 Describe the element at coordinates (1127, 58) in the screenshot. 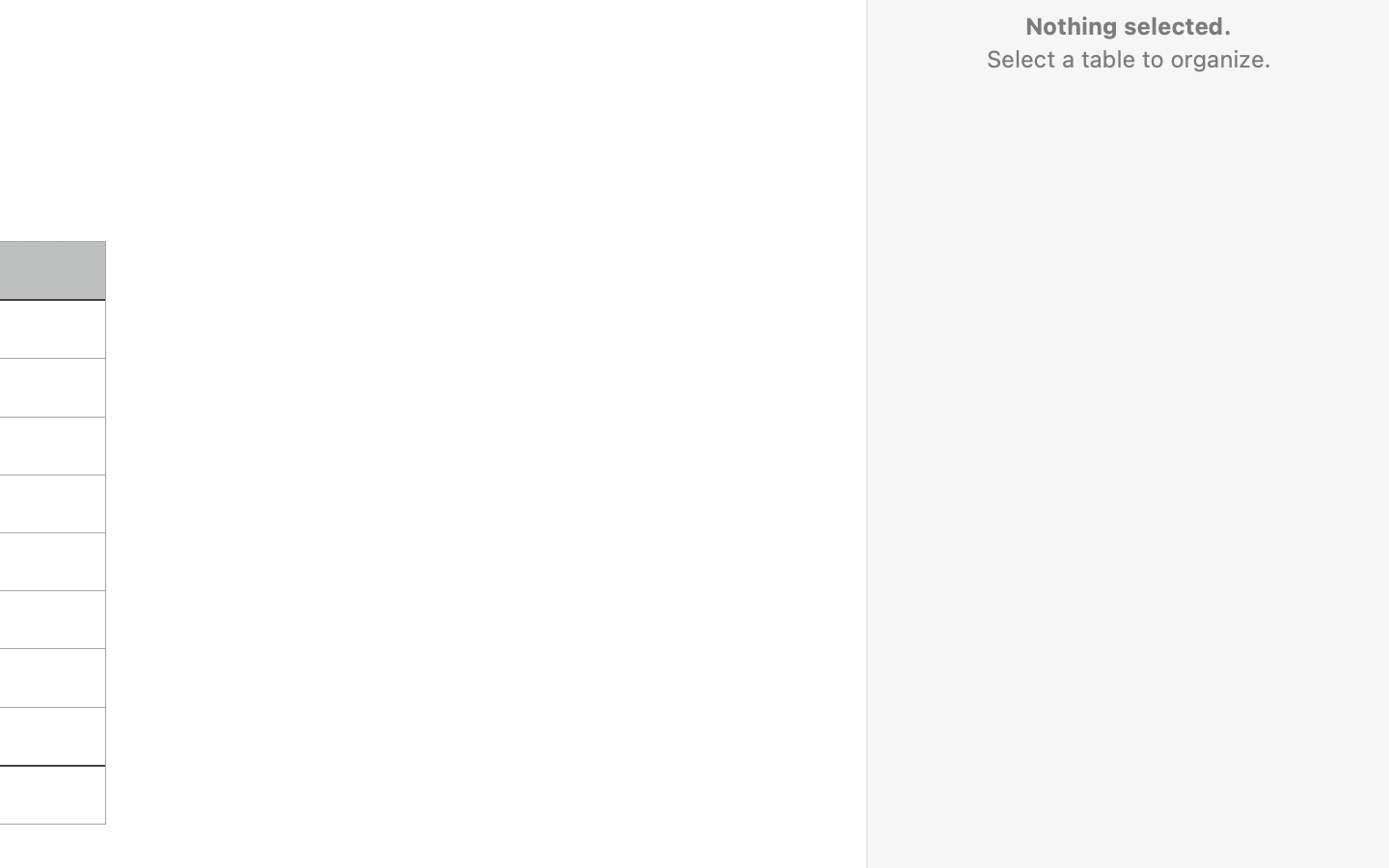

I see `'Select a table to organize.'` at that location.